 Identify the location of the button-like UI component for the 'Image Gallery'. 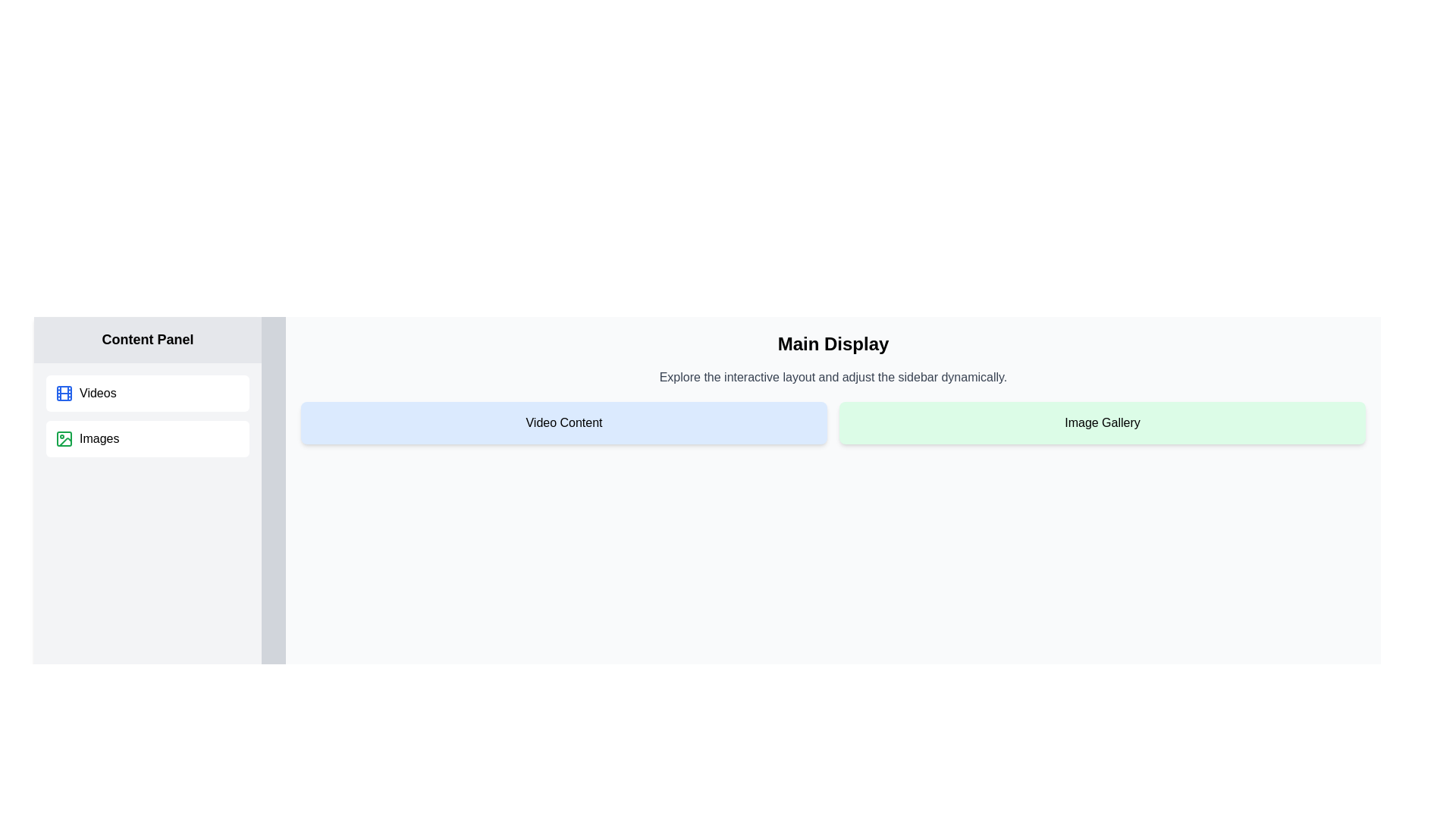
(1103, 423).